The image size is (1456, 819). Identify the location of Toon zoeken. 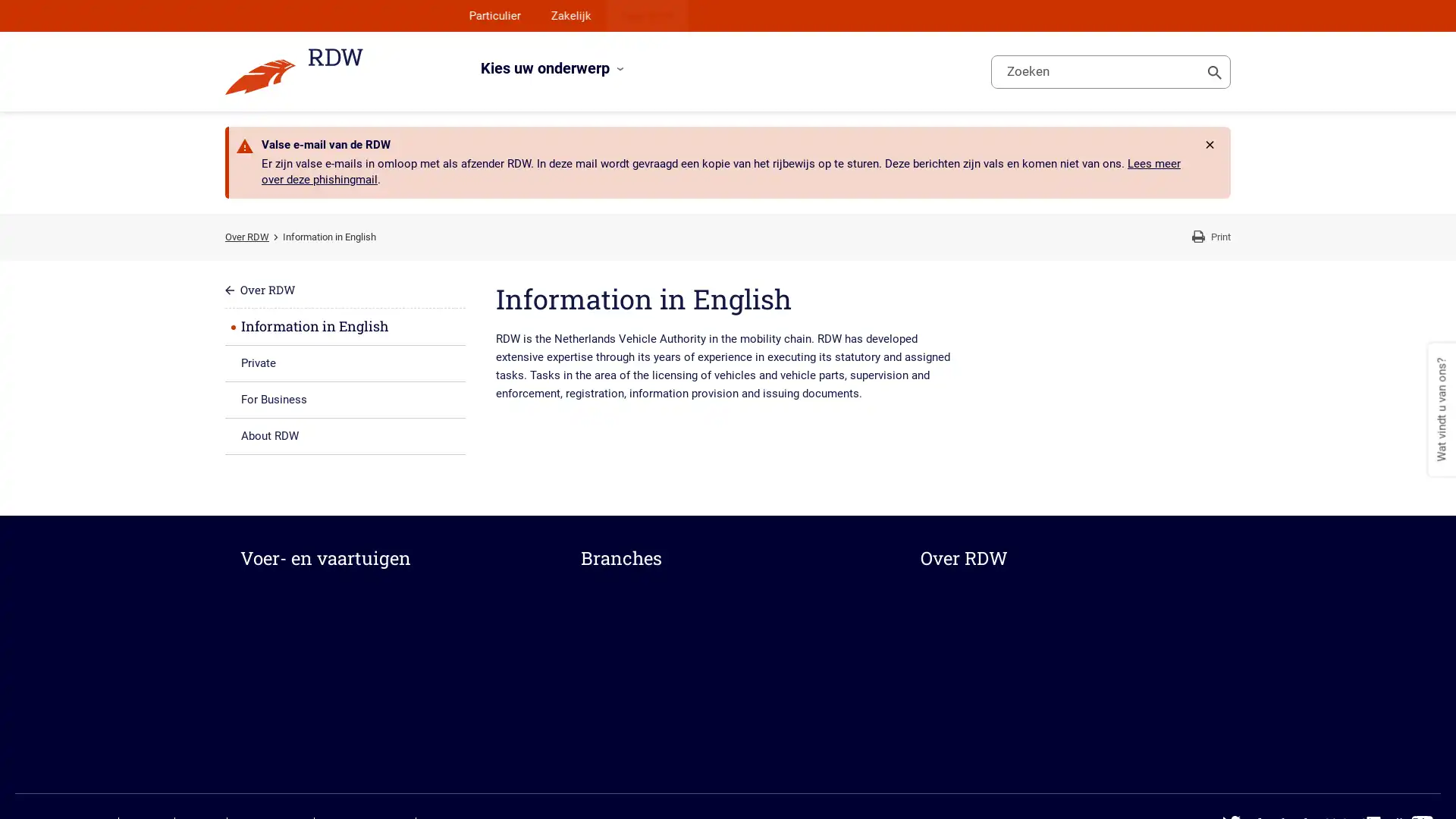
(1214, 72).